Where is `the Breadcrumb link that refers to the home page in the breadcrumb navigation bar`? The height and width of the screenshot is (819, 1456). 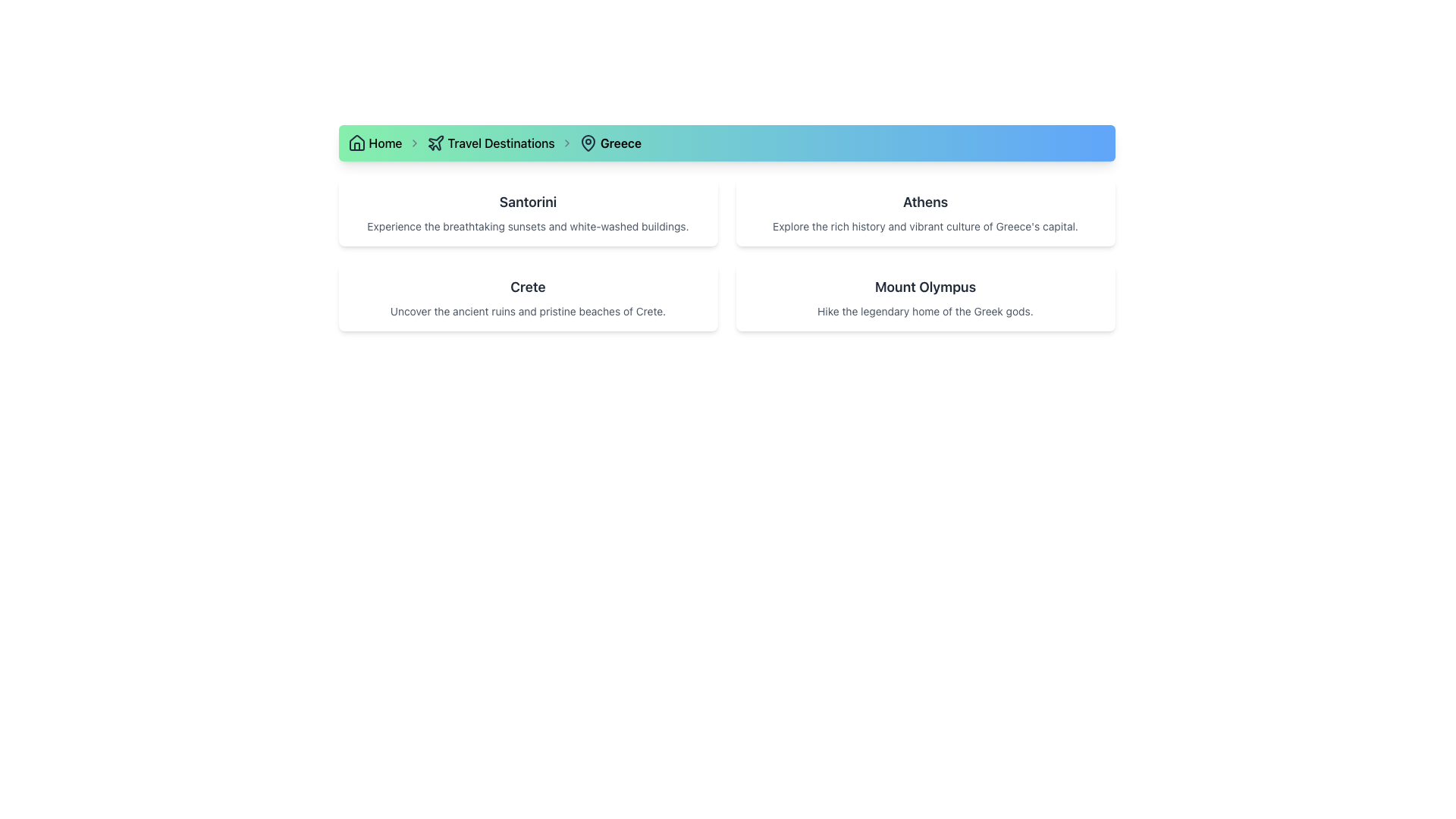 the Breadcrumb link that refers to the home page in the breadcrumb navigation bar is located at coordinates (375, 143).